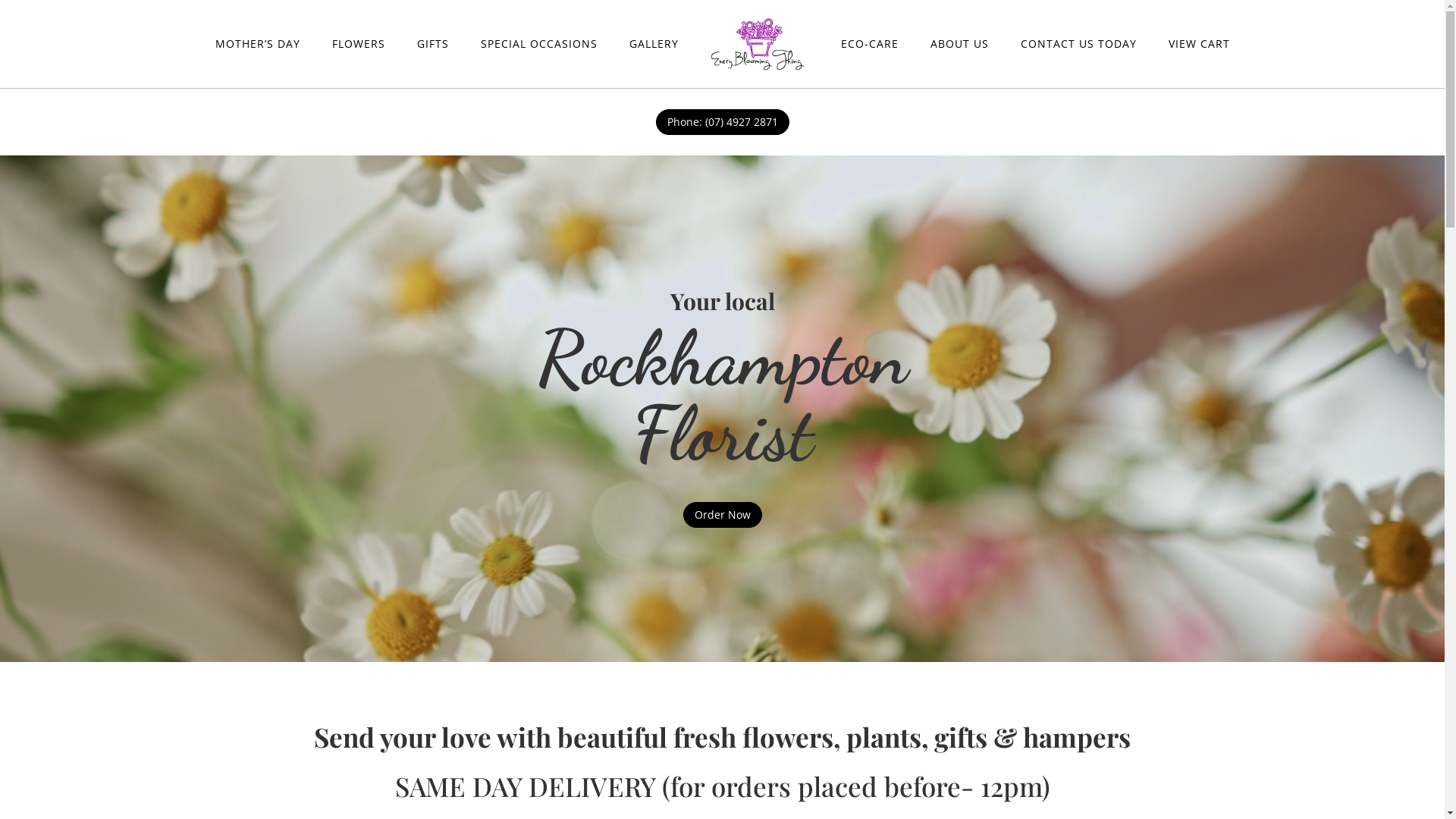  I want to click on 'Order Now', so click(720, 513).